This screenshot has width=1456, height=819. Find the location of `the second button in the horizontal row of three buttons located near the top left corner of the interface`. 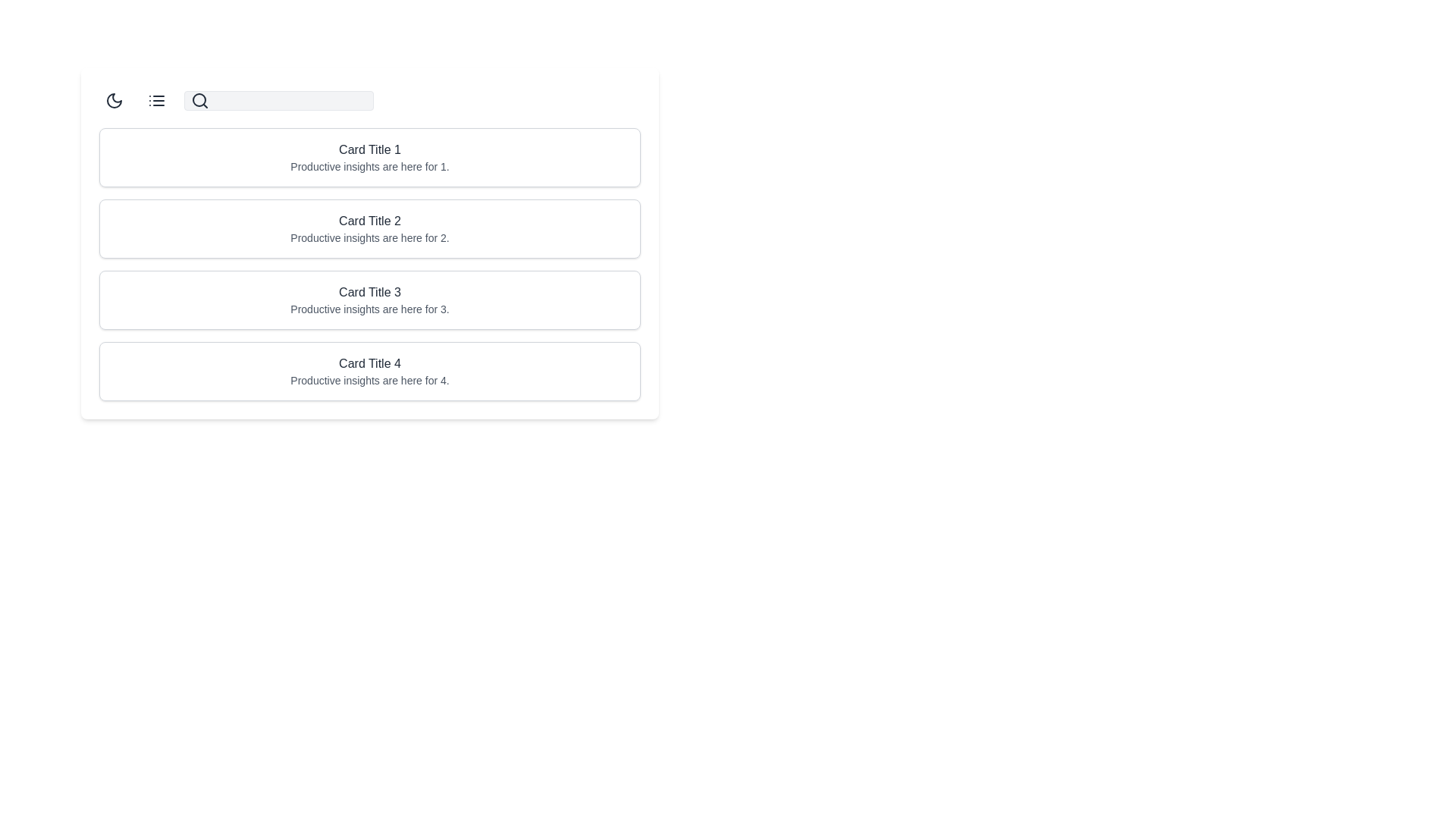

the second button in the horizontal row of three buttons located near the top left corner of the interface is located at coordinates (156, 100).